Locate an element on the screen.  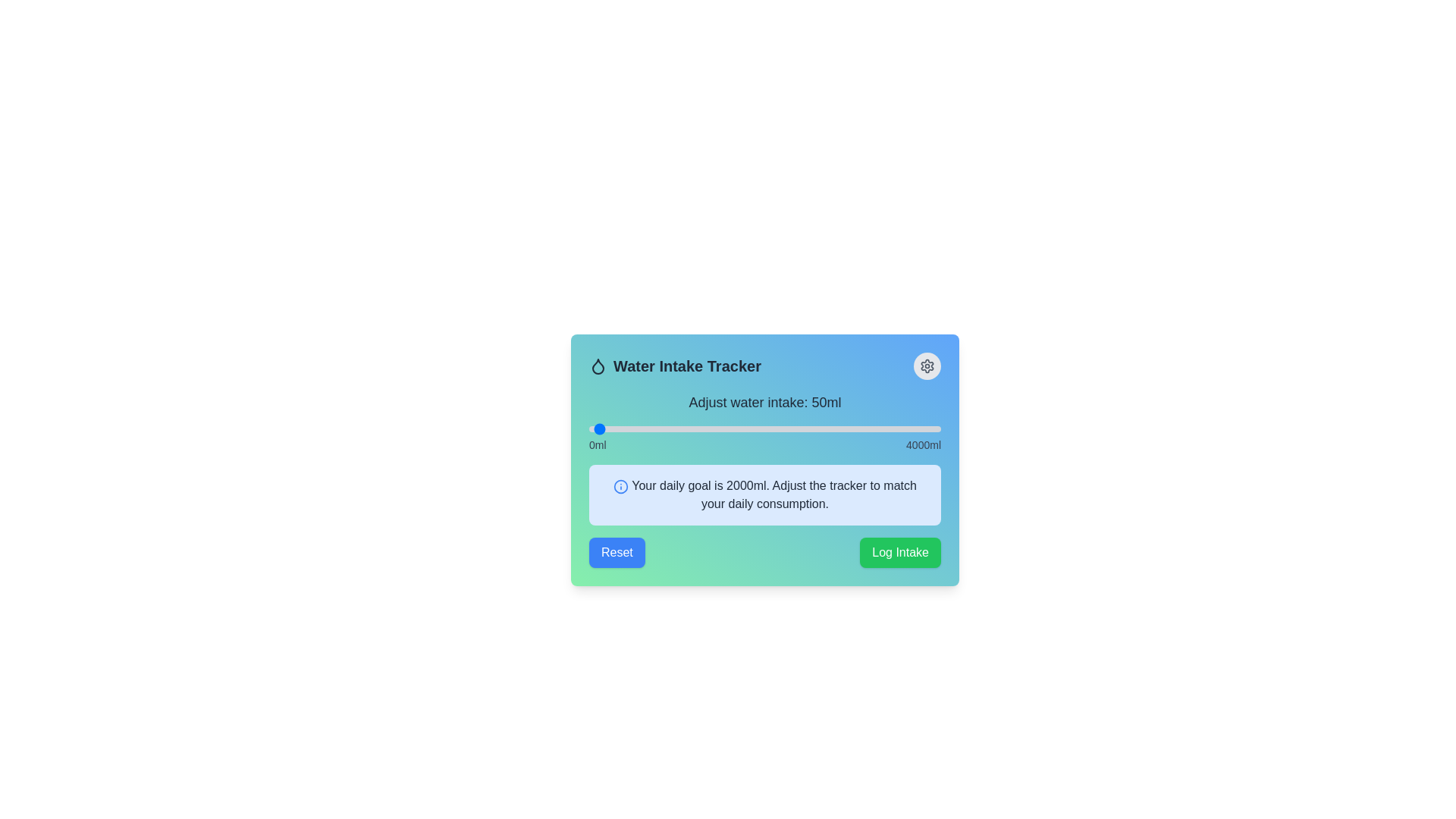
the cogwheel icon located in the top right corner of the 'Water Intake Tracker' card is located at coordinates (927, 366).